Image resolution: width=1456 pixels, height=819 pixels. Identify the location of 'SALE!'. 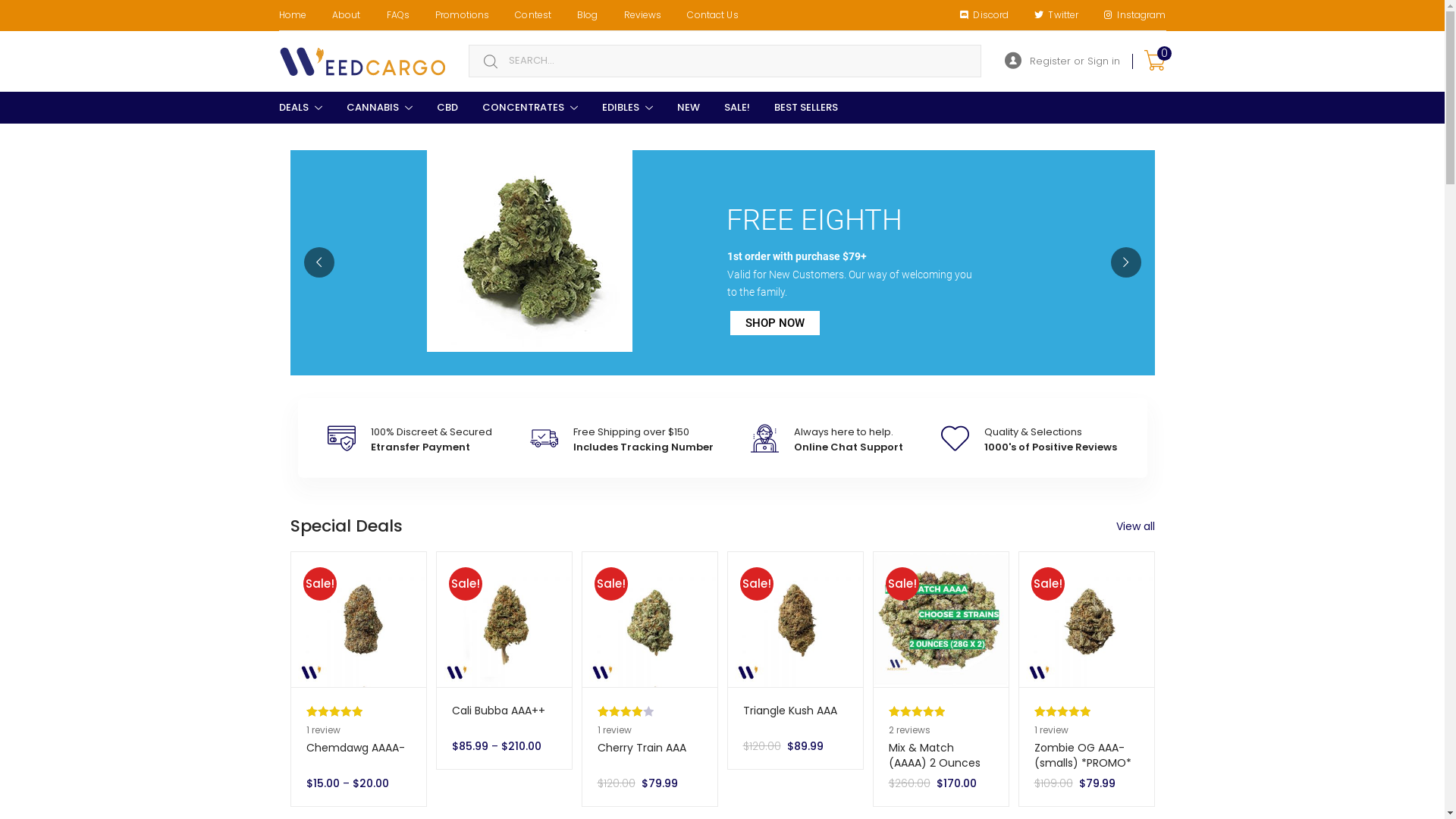
(736, 107).